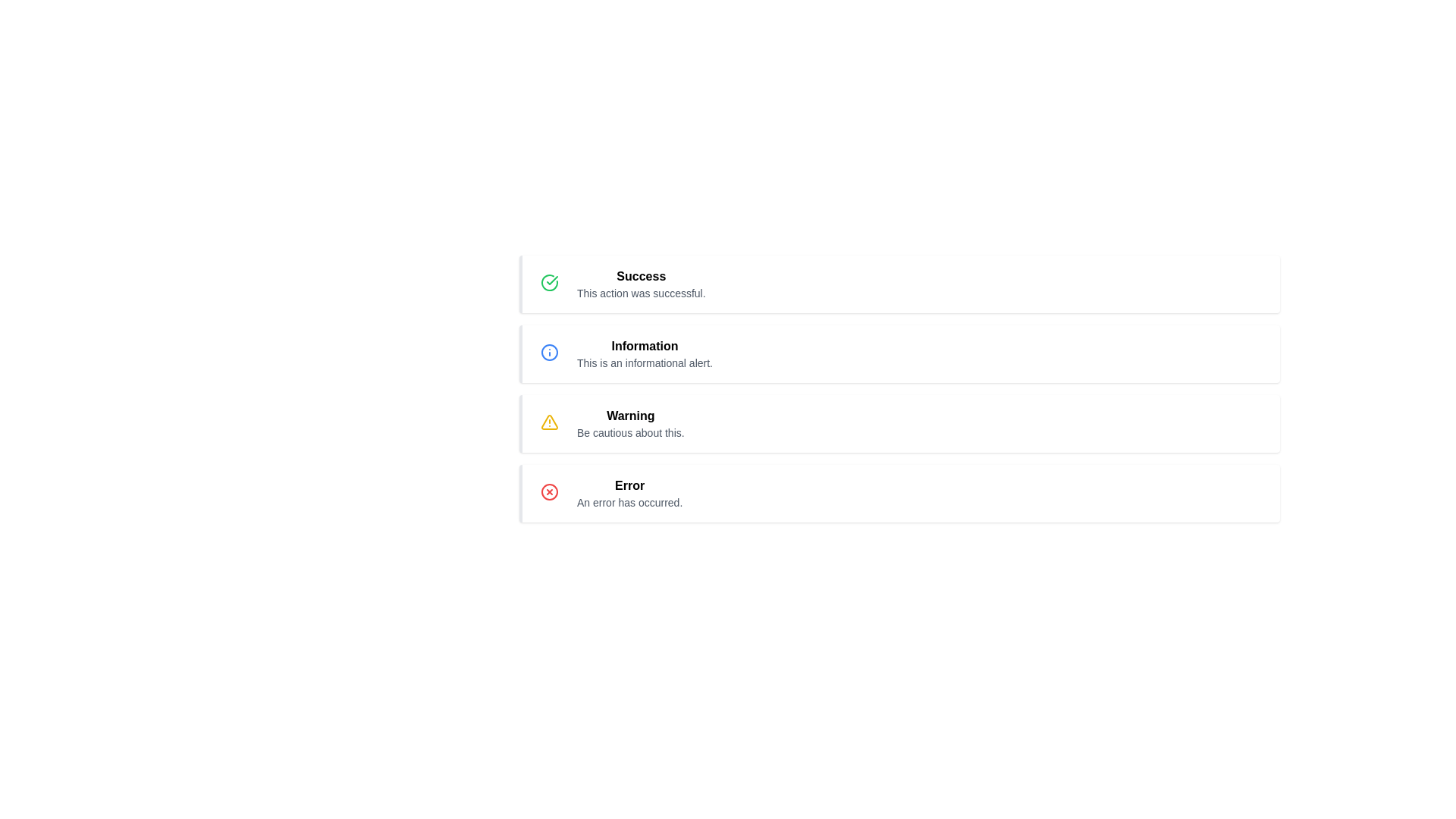 Image resolution: width=1456 pixels, height=819 pixels. Describe the element at coordinates (641, 293) in the screenshot. I see `text label providing additional information about the 'Success' status, which is located below the bold 'Success' text in the first notification block` at that location.